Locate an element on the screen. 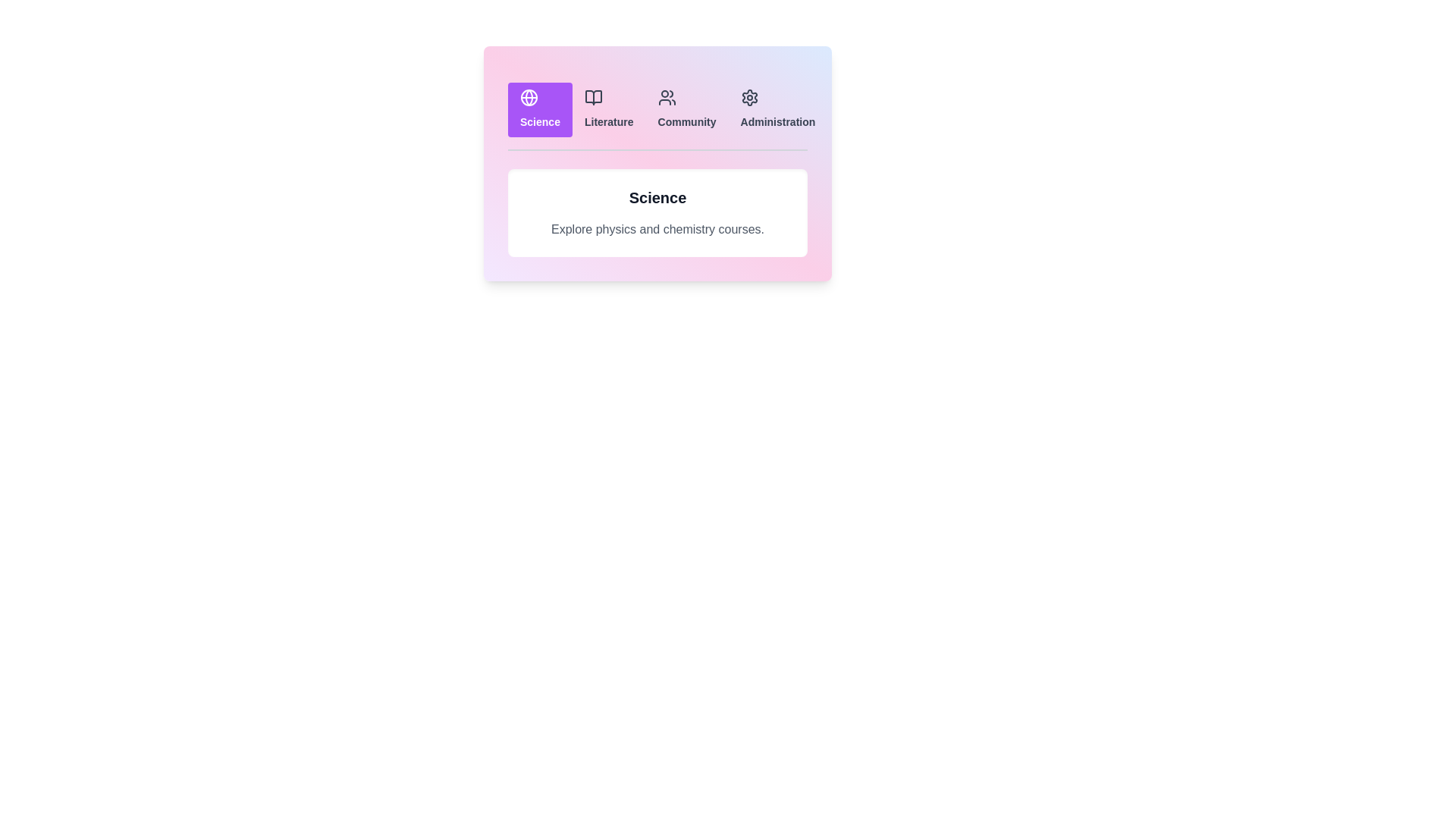 This screenshot has height=819, width=1456. the Science tab is located at coordinates (539, 109).